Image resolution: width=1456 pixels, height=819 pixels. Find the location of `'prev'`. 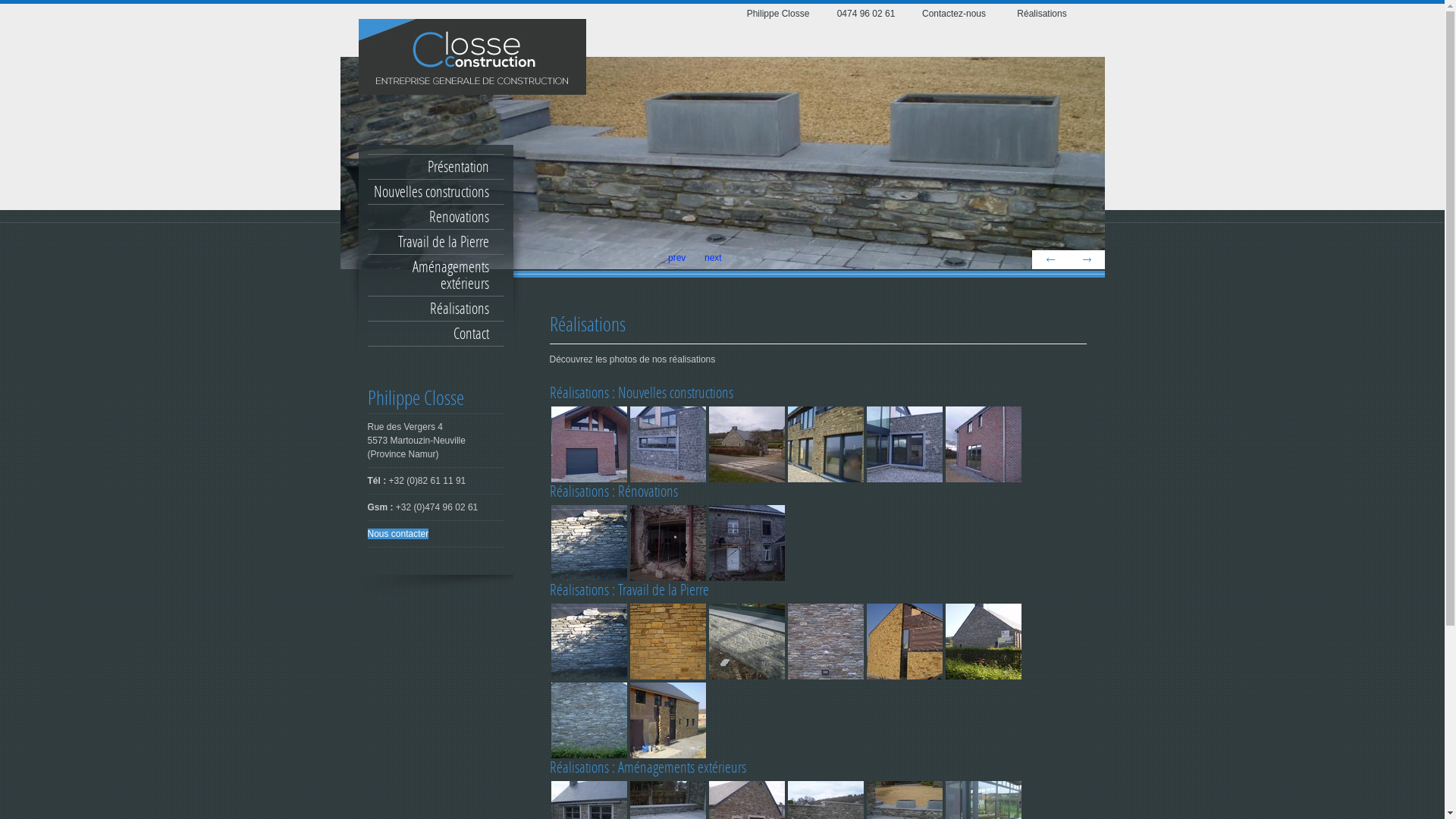

'prev' is located at coordinates (1048, 259).